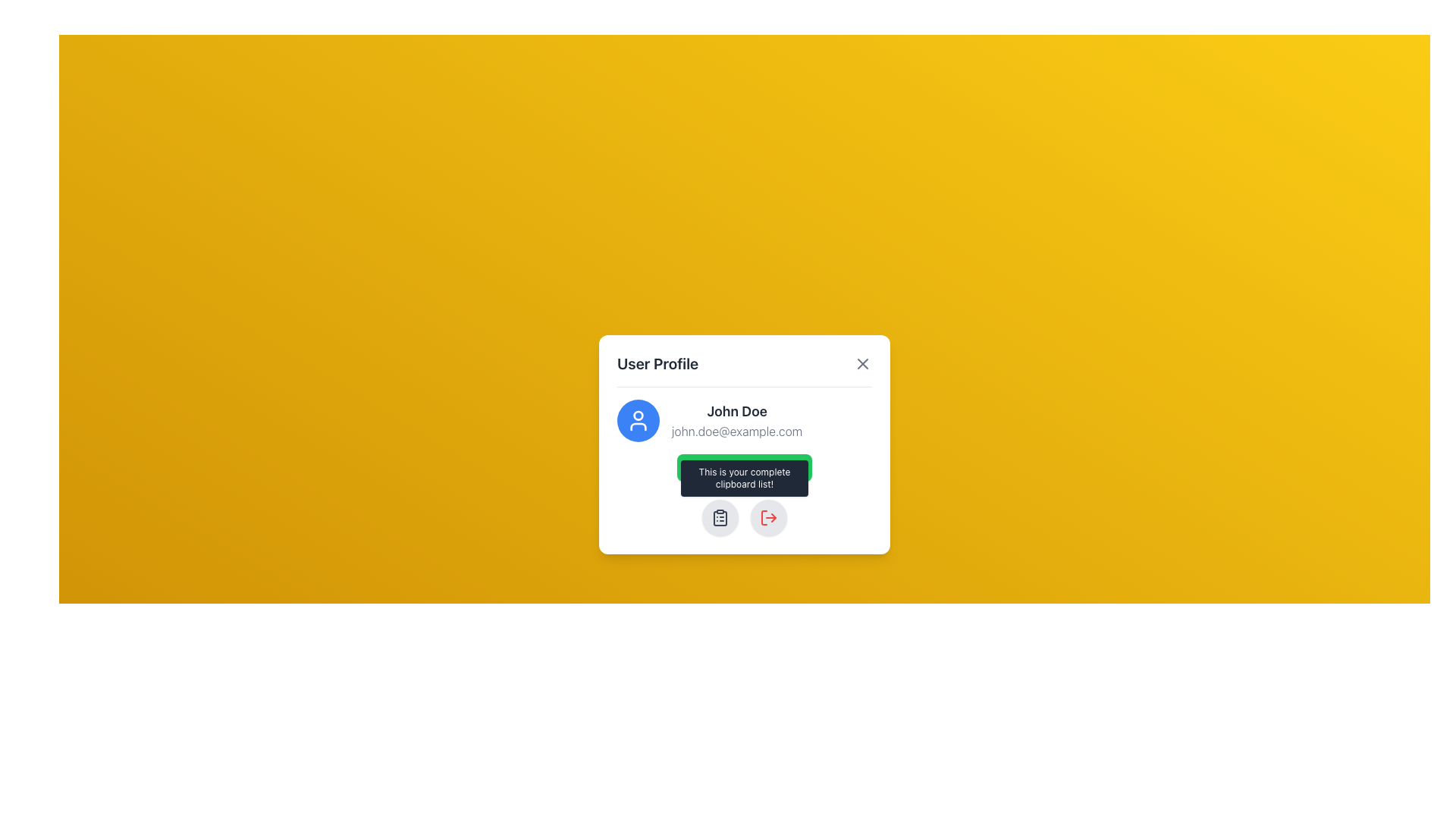  Describe the element at coordinates (768, 516) in the screenshot. I see `the logout button located below the main profile section, positioned to the right of a circular clipboard icon button` at that location.